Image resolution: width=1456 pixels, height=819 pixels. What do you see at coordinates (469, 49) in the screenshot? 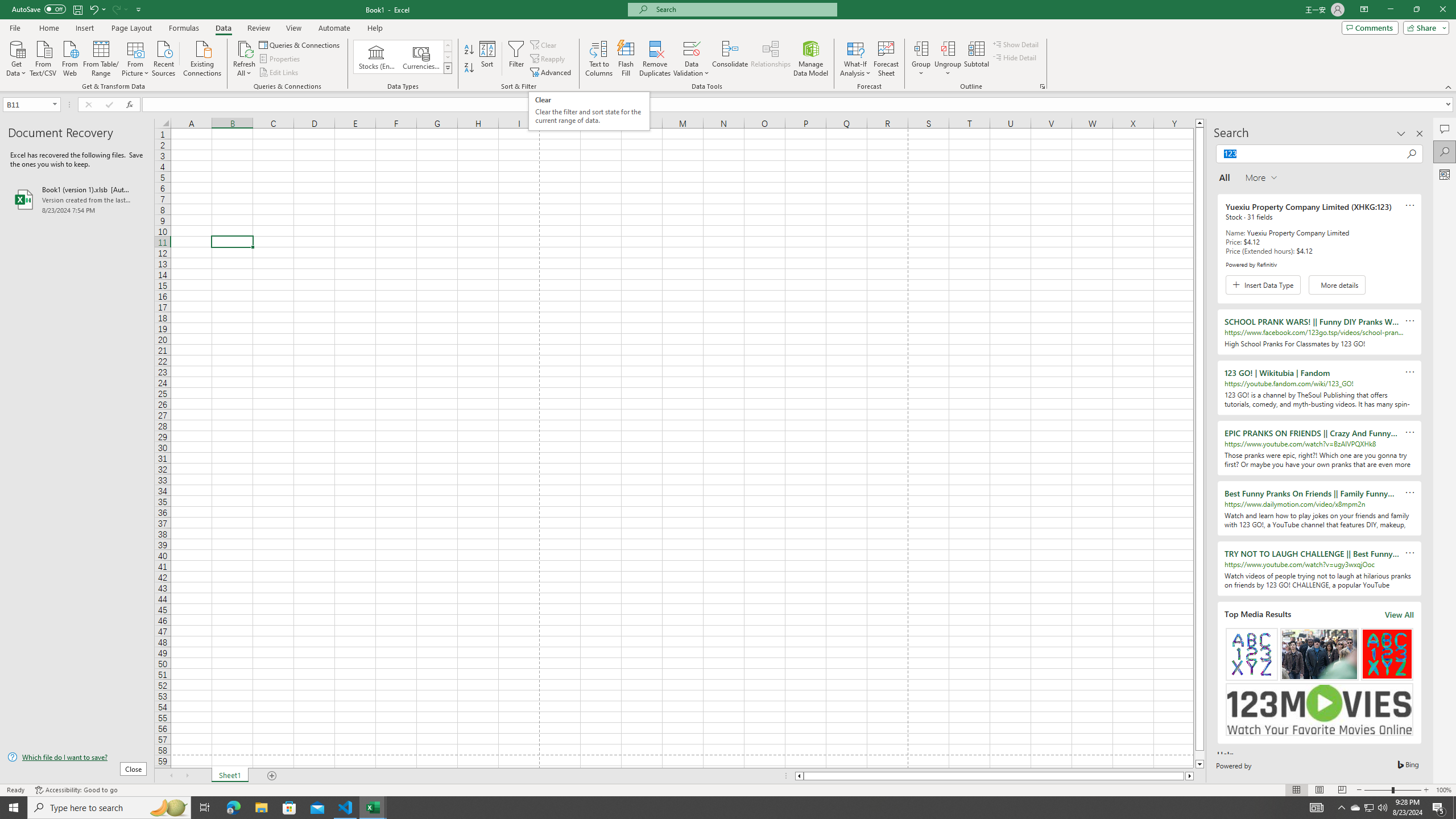
I see `'Sort A to Z'` at bounding box center [469, 49].